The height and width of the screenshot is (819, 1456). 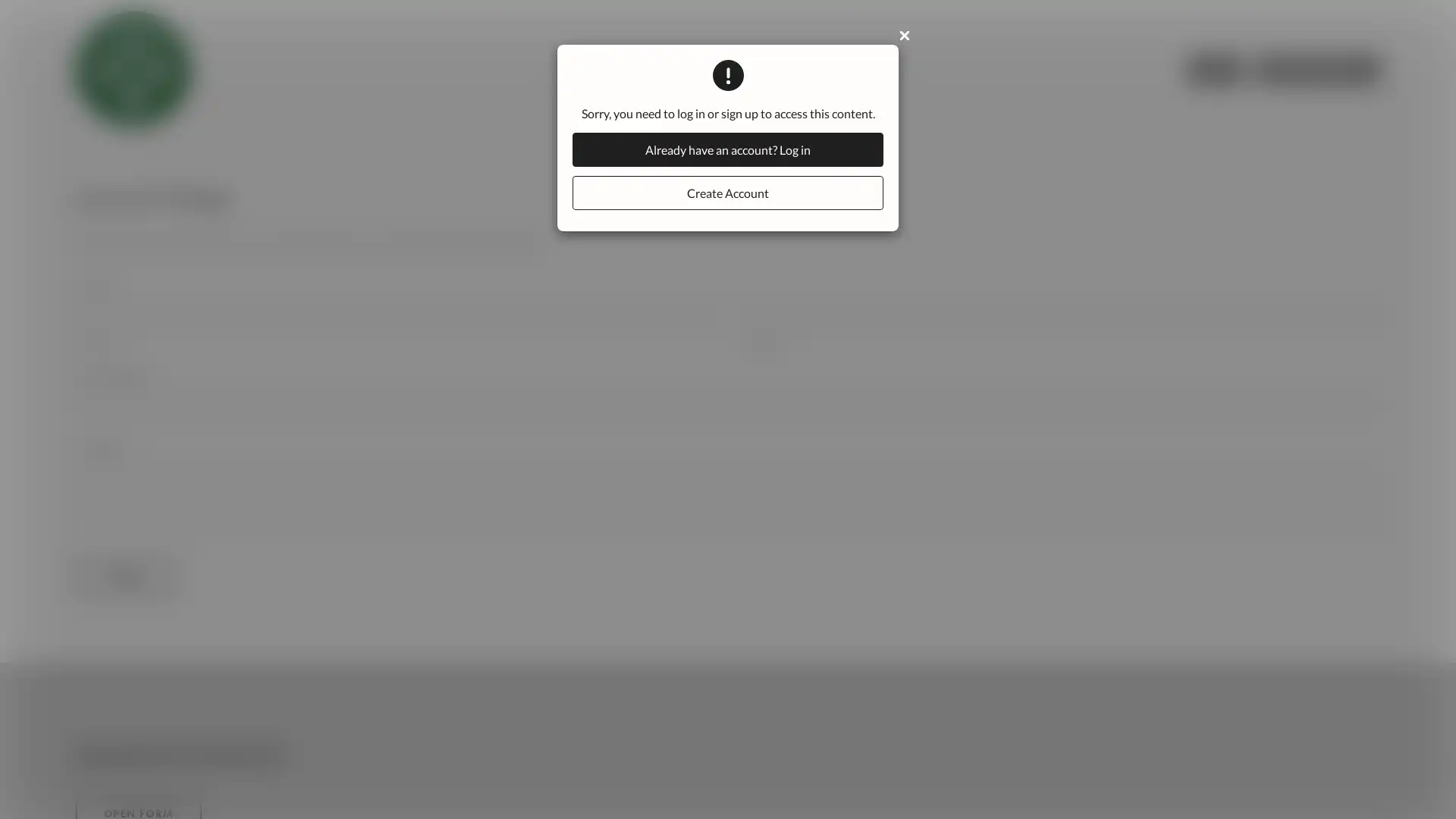 I want to click on Already have an account? Log in, so click(x=728, y=149).